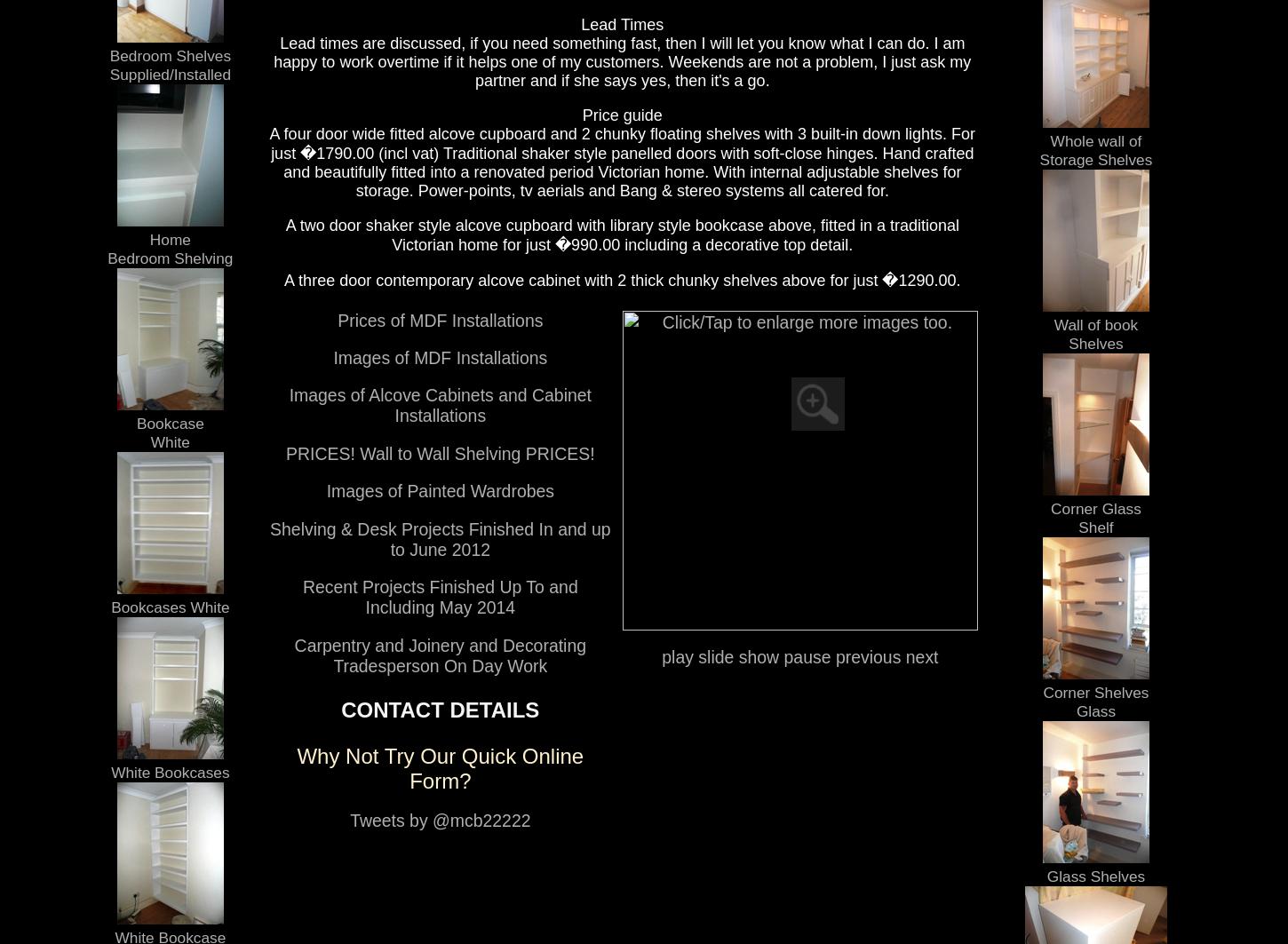  What do you see at coordinates (865, 654) in the screenshot?
I see `'previous'` at bounding box center [865, 654].